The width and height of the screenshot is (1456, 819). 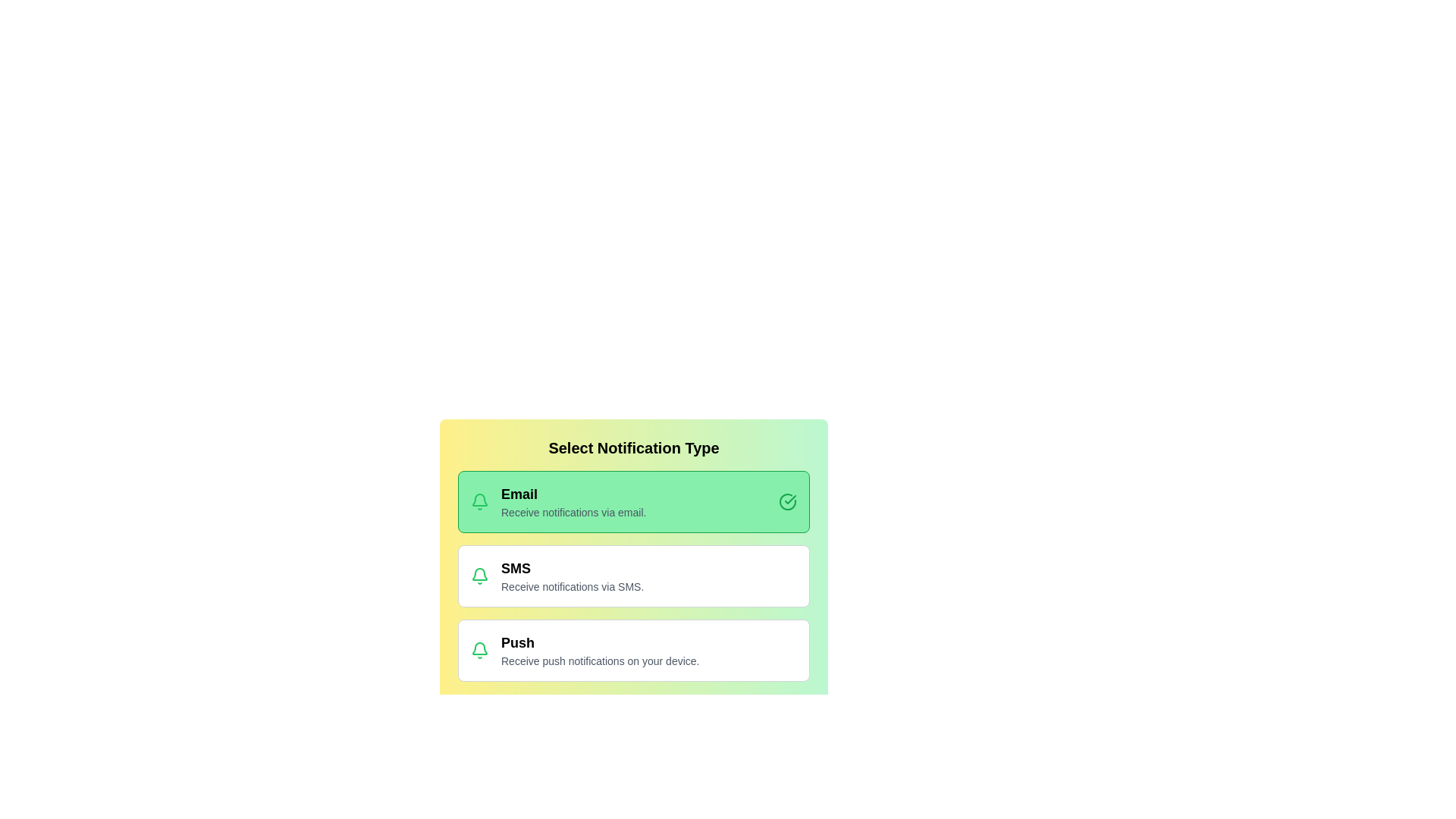 I want to click on the notification option labeled 'SMS' using keyboard navigation, so click(x=633, y=576).